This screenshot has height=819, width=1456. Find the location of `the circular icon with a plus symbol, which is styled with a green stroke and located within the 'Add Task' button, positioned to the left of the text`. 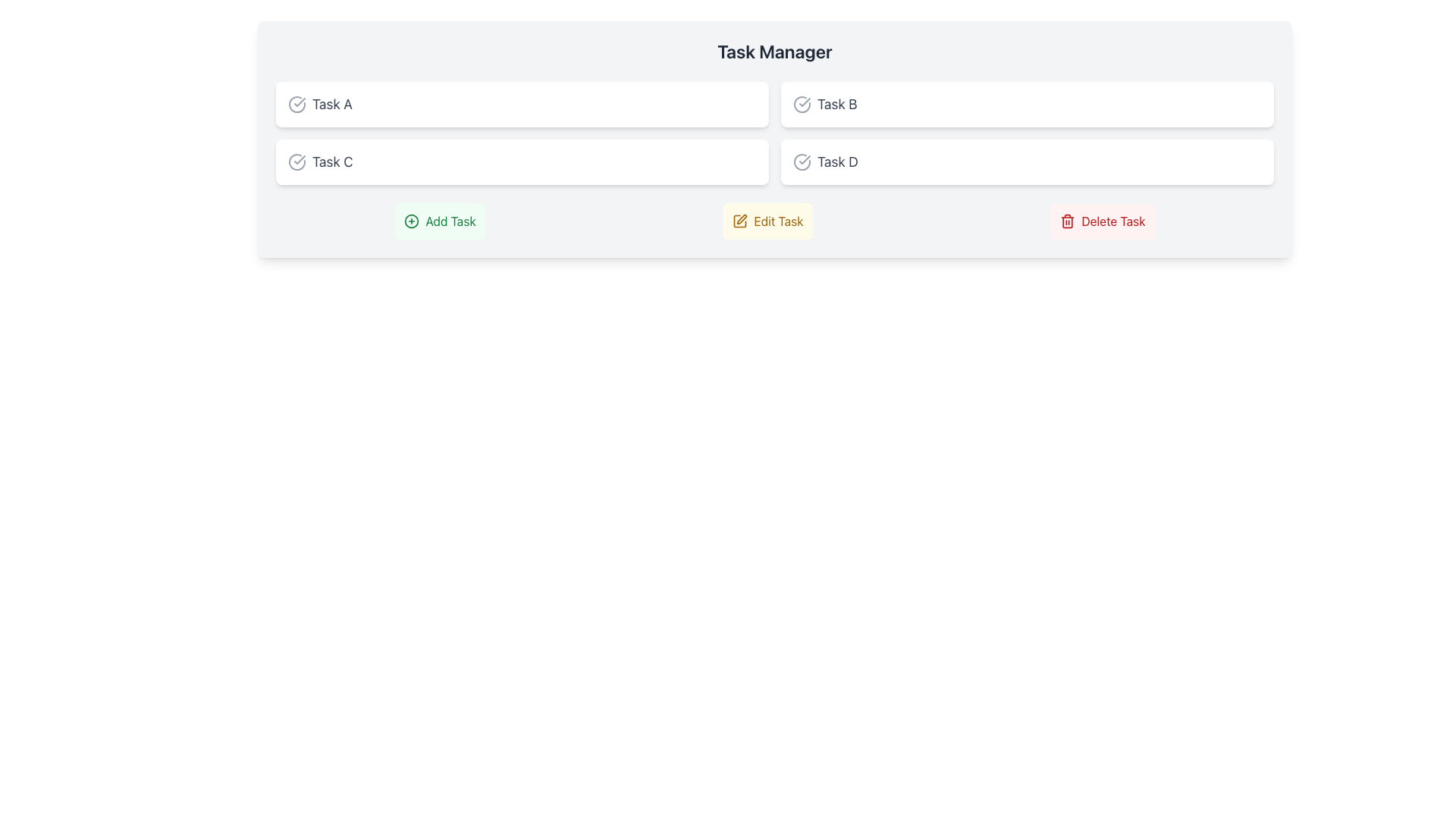

the circular icon with a plus symbol, which is styled with a green stroke and located within the 'Add Task' button, positioned to the left of the text is located at coordinates (412, 221).